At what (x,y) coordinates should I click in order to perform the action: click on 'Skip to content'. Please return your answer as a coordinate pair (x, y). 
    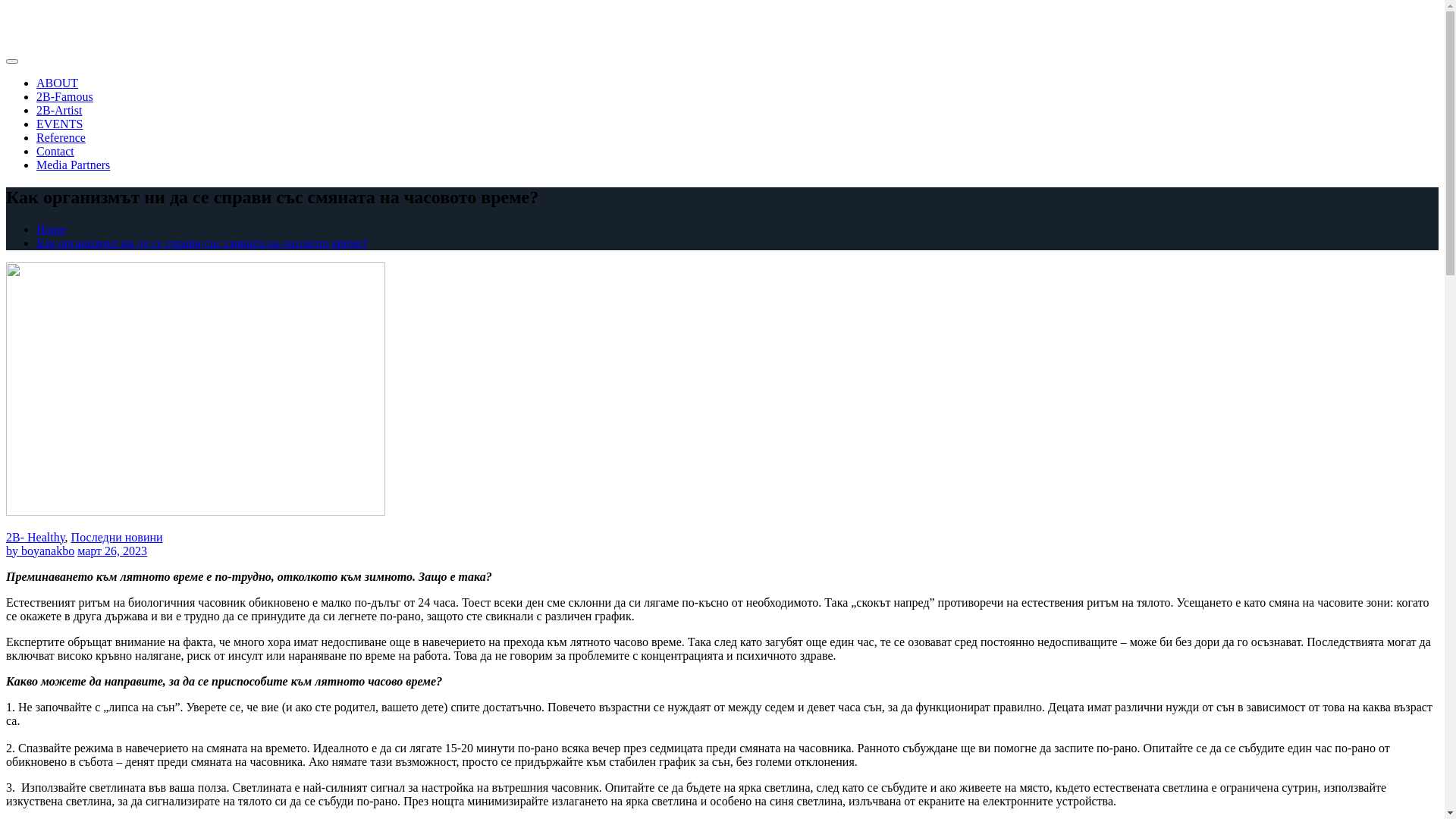
    Looking at the image, I should click on (5, 14).